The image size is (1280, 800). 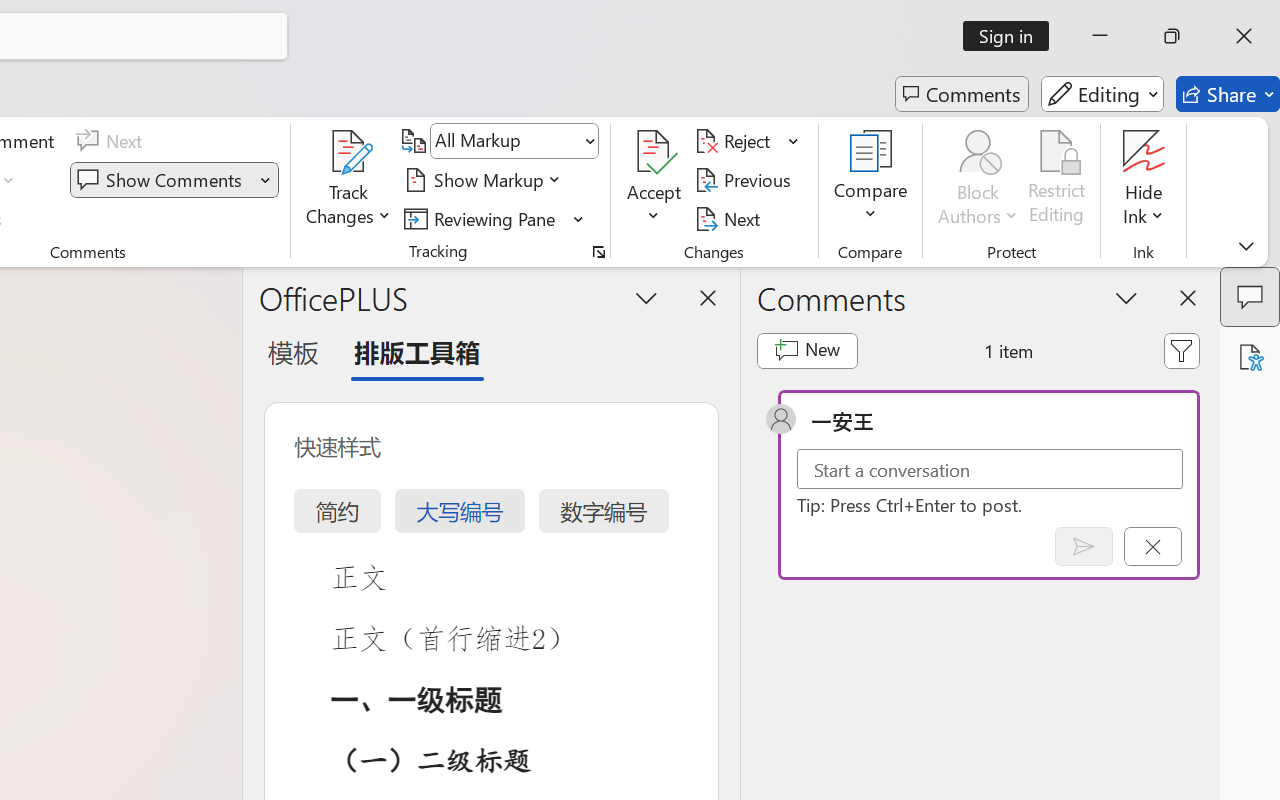 What do you see at coordinates (746, 141) in the screenshot?
I see `'Reject'` at bounding box center [746, 141].